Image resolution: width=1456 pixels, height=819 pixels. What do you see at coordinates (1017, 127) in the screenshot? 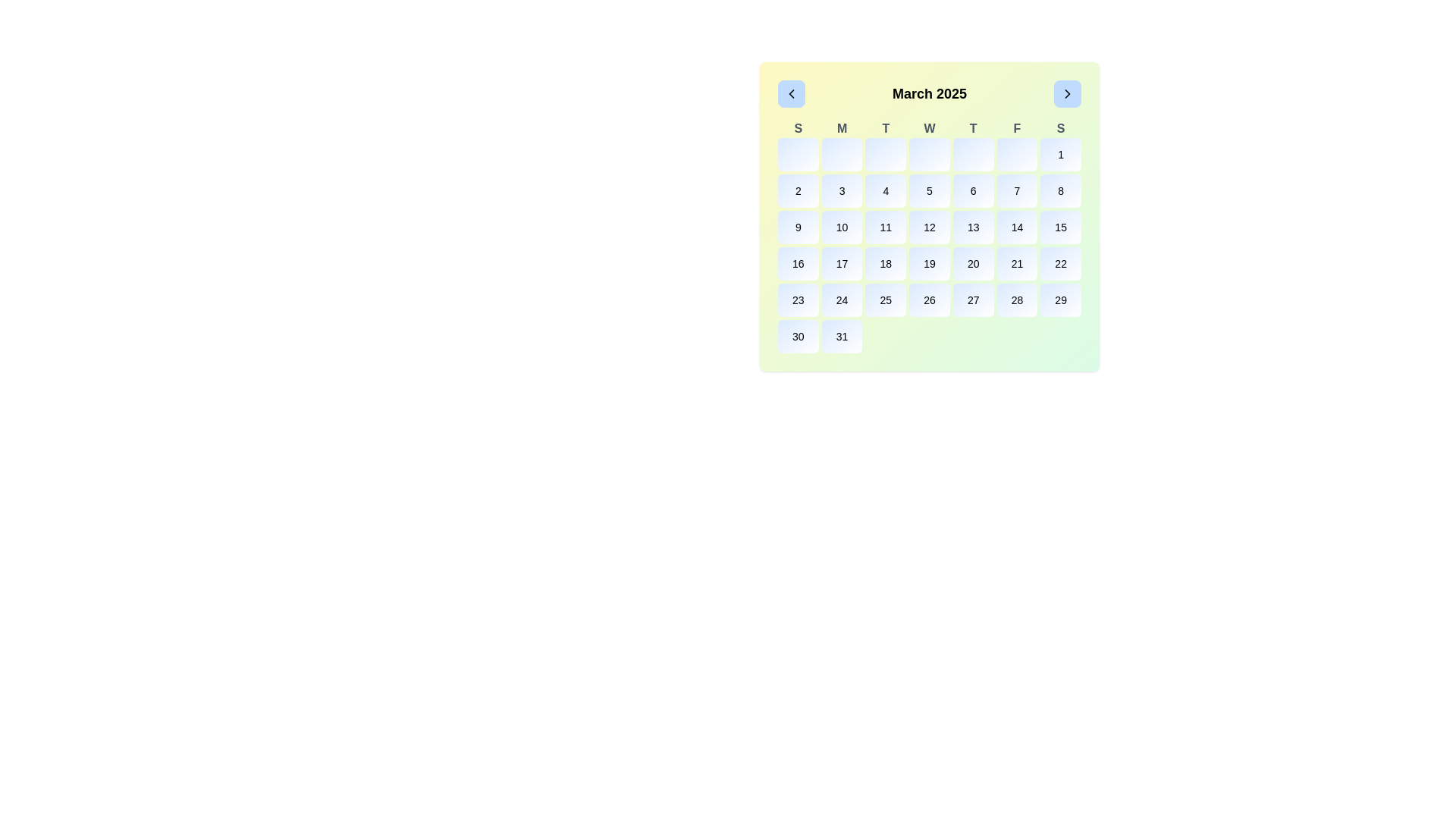
I see `the static text label 'F' in gray font, which represents Friday in the calendar header row, located in the sixth column of the layout` at bounding box center [1017, 127].